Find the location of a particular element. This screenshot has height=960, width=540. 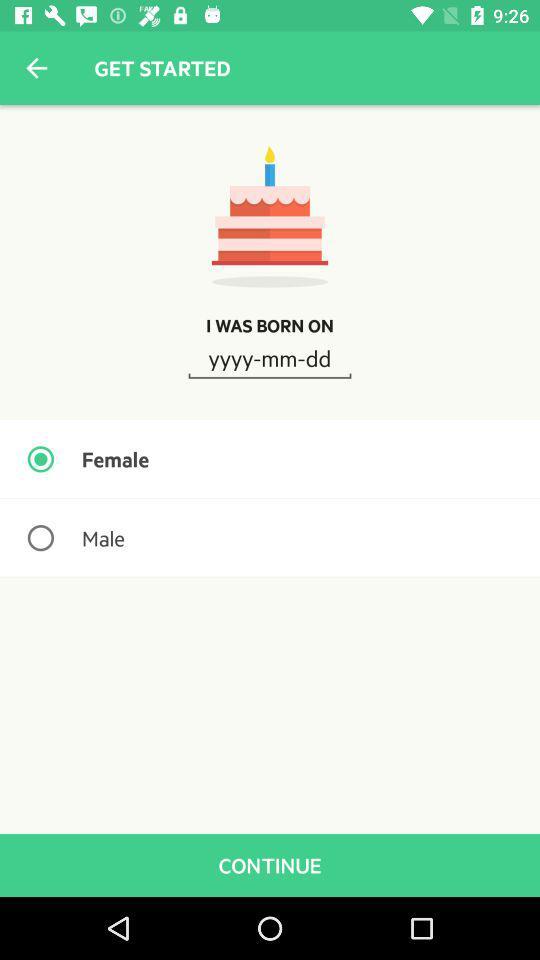

the icon to the left of the get started icon is located at coordinates (36, 68).